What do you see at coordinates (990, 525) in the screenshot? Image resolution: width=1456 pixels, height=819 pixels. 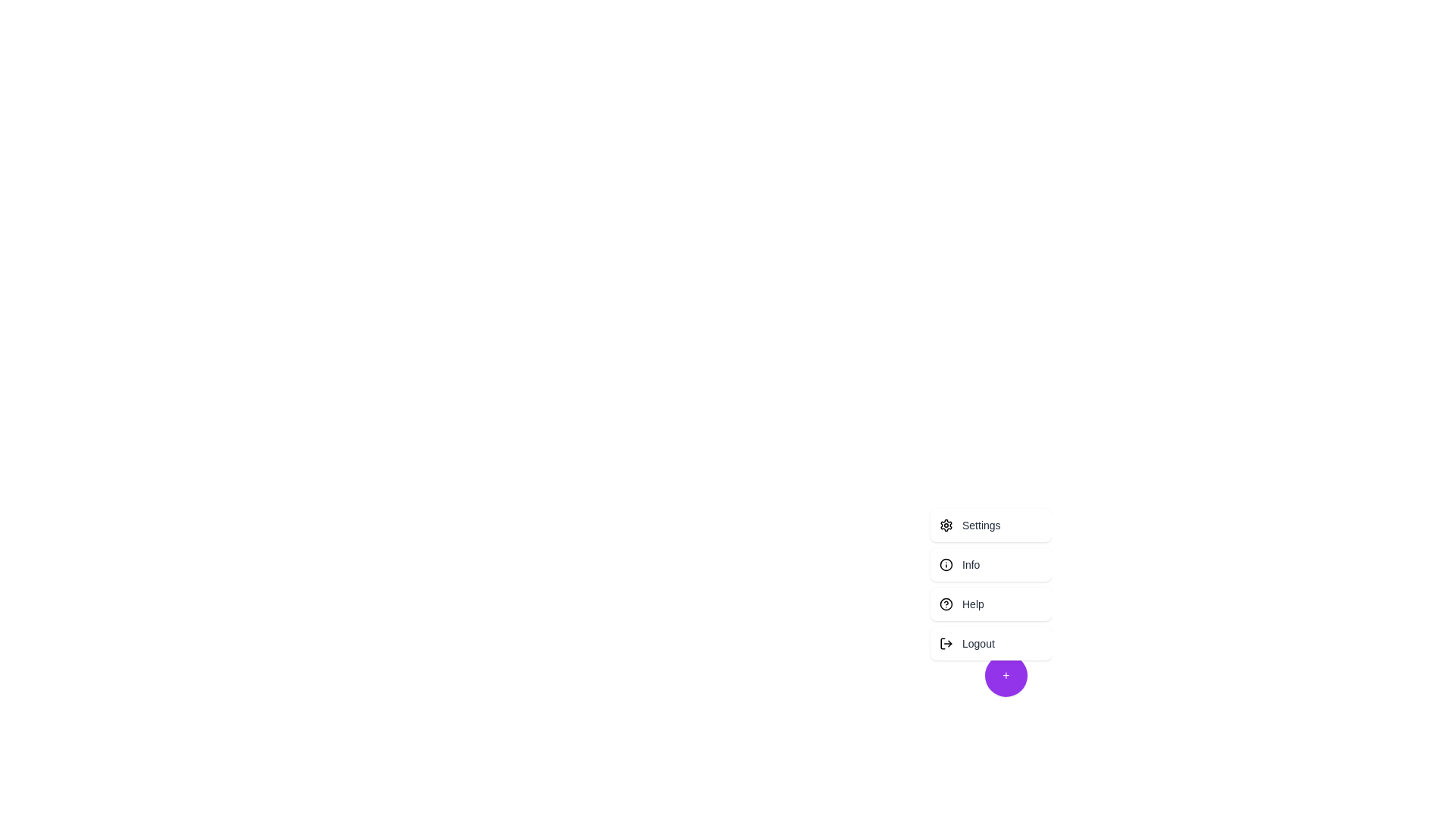 I see `the menu option Settings to highlight it` at bounding box center [990, 525].